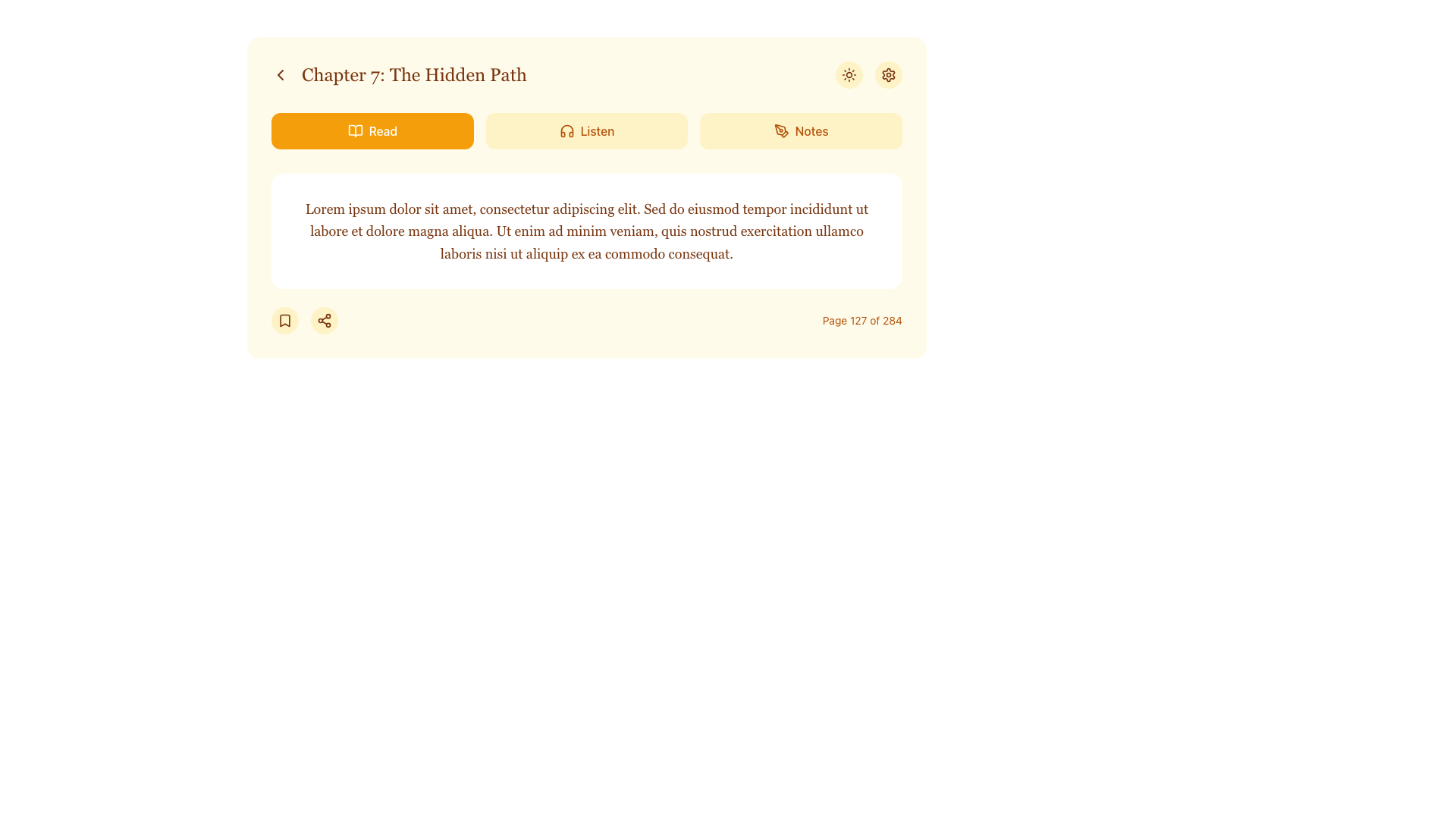  Describe the element at coordinates (284, 318) in the screenshot. I see `the bookmark button located at the bottom-right section of the text card` at that location.